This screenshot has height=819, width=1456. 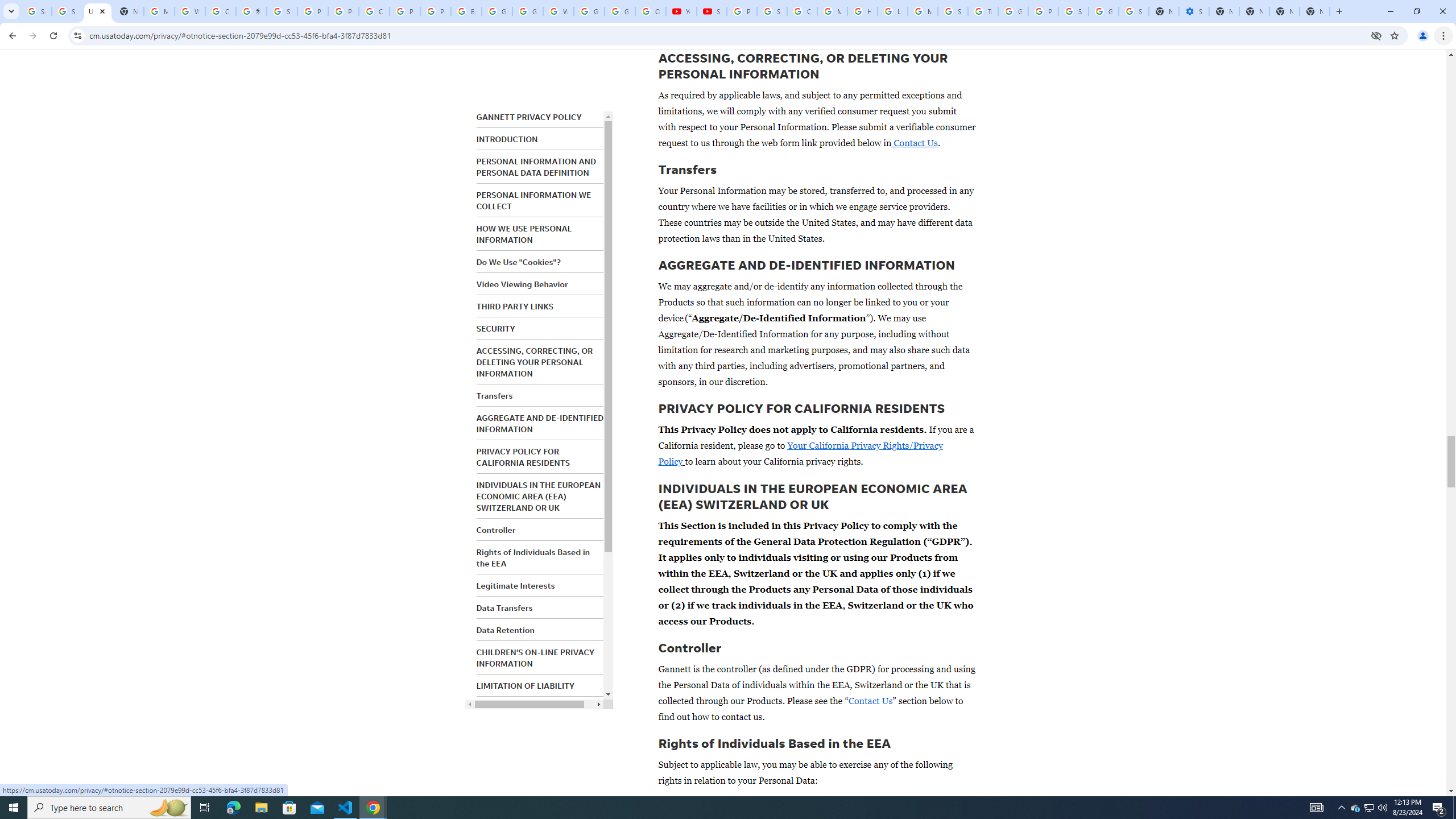 What do you see at coordinates (466, 11) in the screenshot?
I see `'Edit and view right-to-left text - Google Docs Editors Help'` at bounding box center [466, 11].